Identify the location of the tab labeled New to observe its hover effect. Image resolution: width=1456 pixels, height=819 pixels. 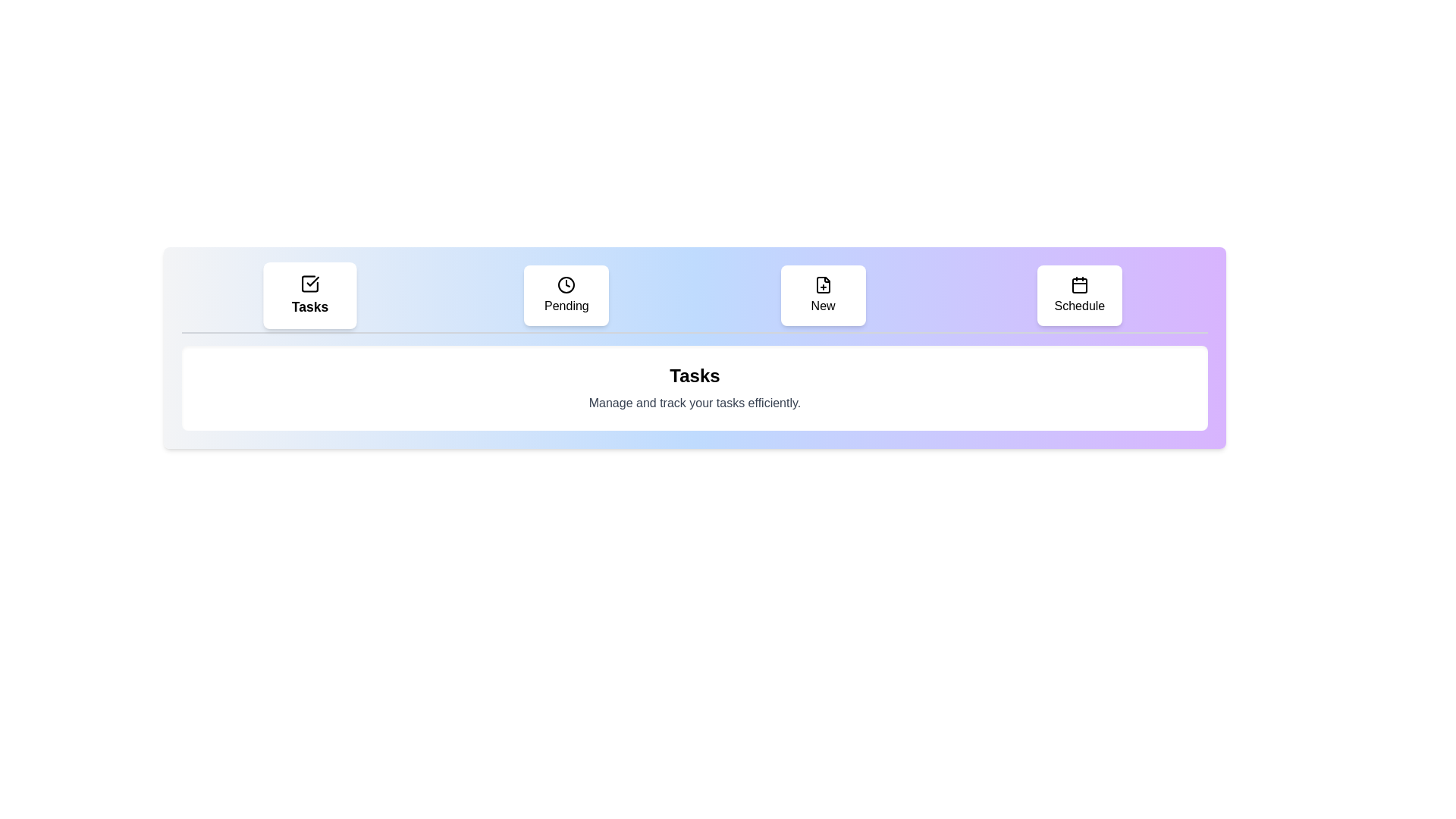
(822, 295).